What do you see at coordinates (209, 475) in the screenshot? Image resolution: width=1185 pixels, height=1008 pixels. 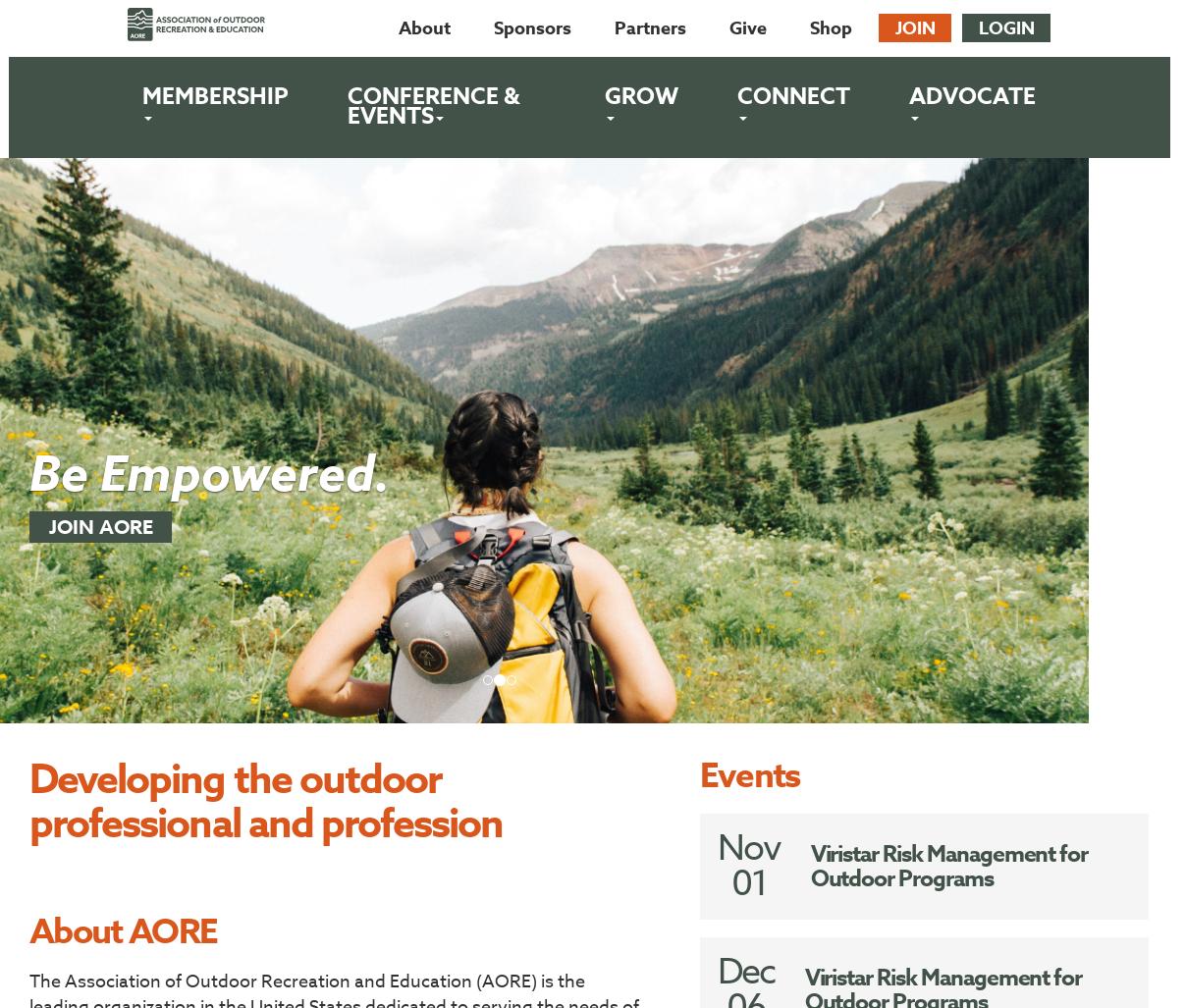 I see `'Be Empowered.'` at bounding box center [209, 475].